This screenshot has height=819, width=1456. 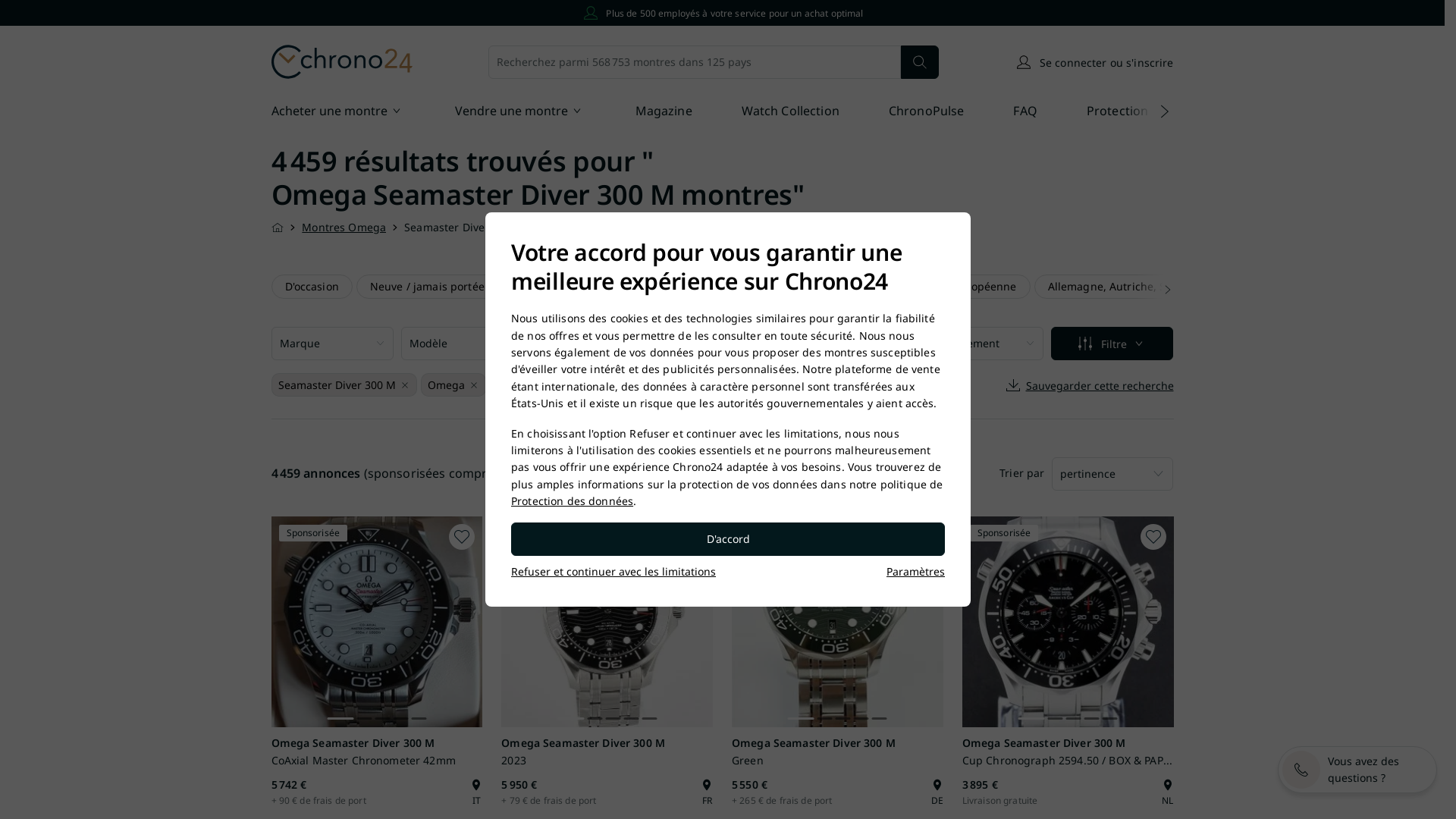 What do you see at coordinates (1050, 343) in the screenshot?
I see `'Filtre'` at bounding box center [1050, 343].